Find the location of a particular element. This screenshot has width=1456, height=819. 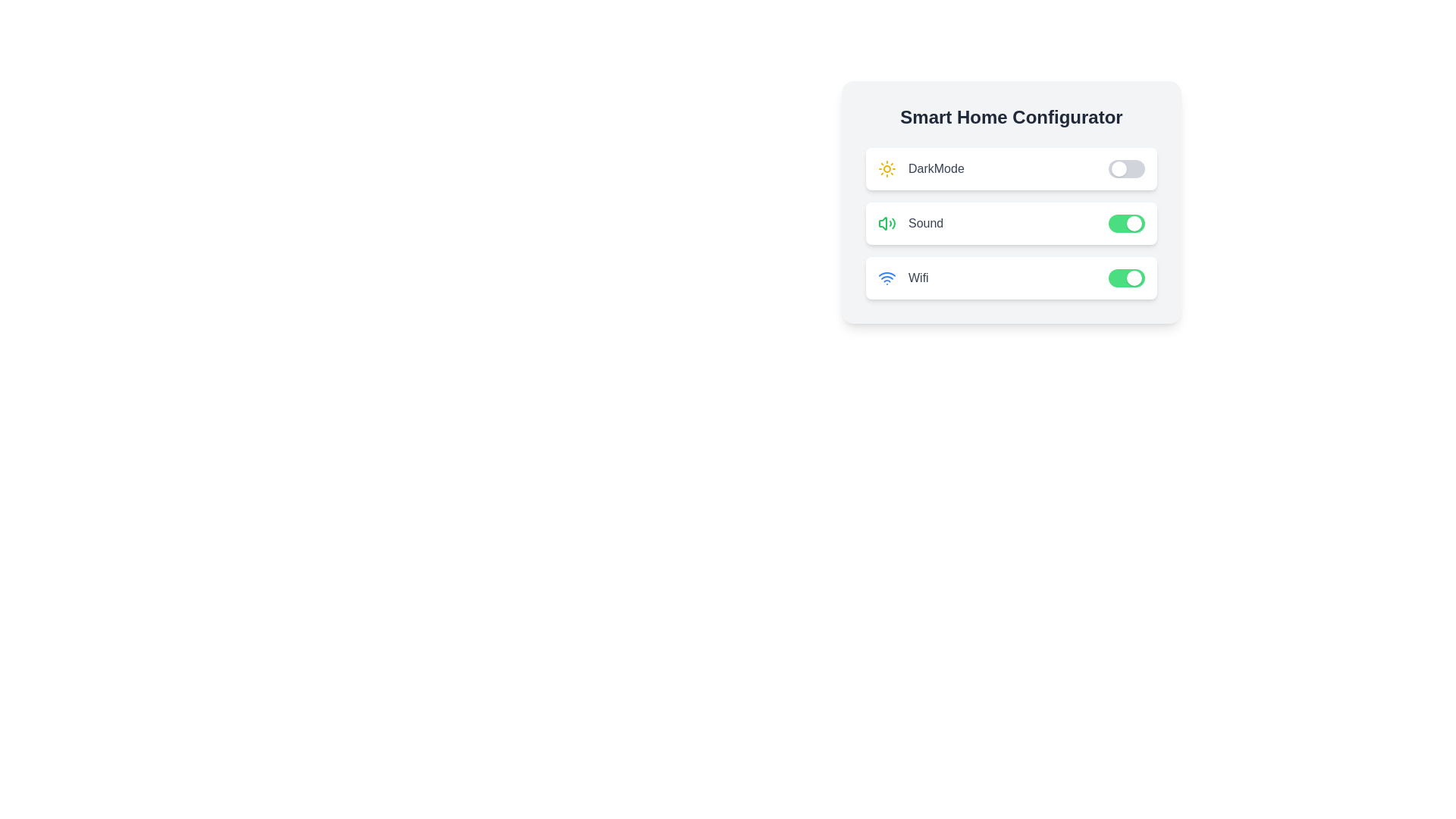

volume icon located in the second row of the vertical options list labeled 'Sound', which is to the left of the text 'Sound' and above the Wi-Fi option is located at coordinates (887, 223).